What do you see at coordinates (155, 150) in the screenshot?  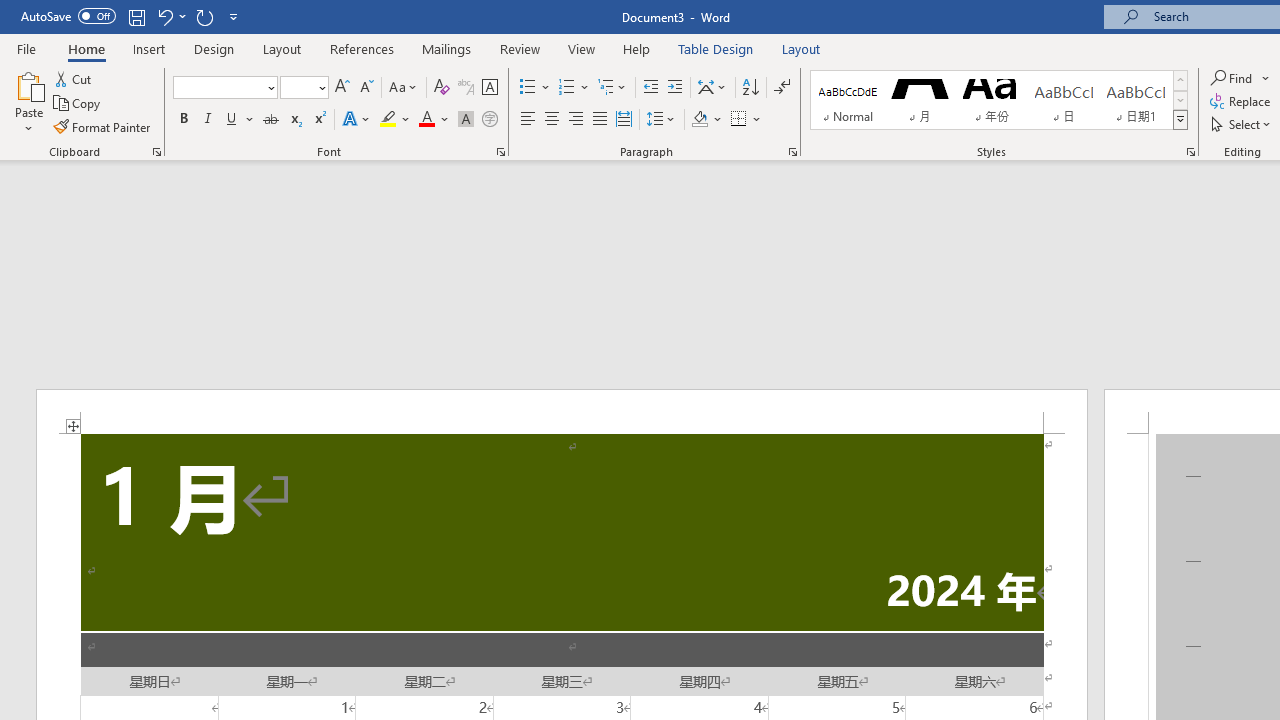 I see `'Office Clipboard...'` at bounding box center [155, 150].